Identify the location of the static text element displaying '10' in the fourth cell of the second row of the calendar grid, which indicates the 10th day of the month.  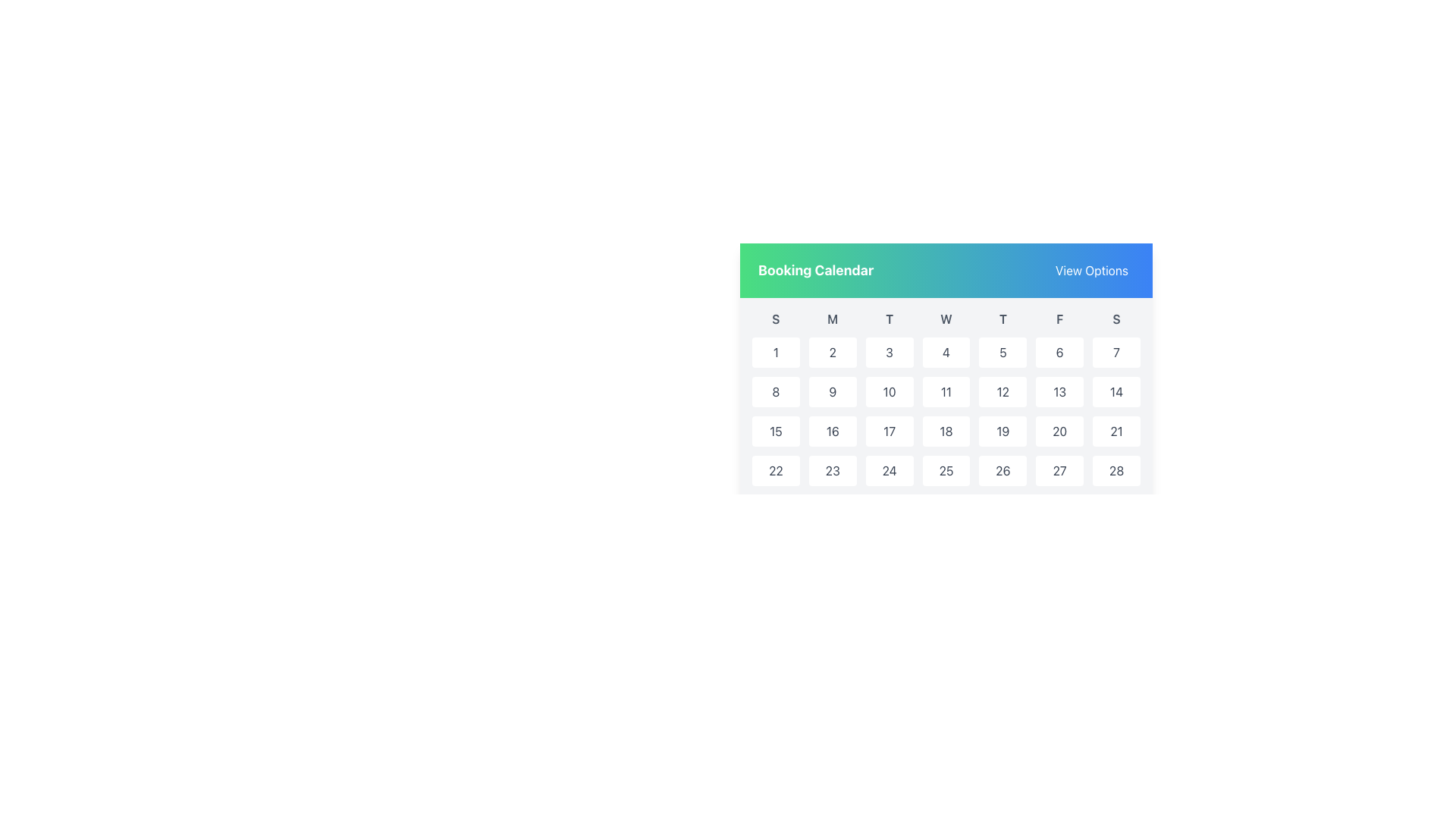
(890, 391).